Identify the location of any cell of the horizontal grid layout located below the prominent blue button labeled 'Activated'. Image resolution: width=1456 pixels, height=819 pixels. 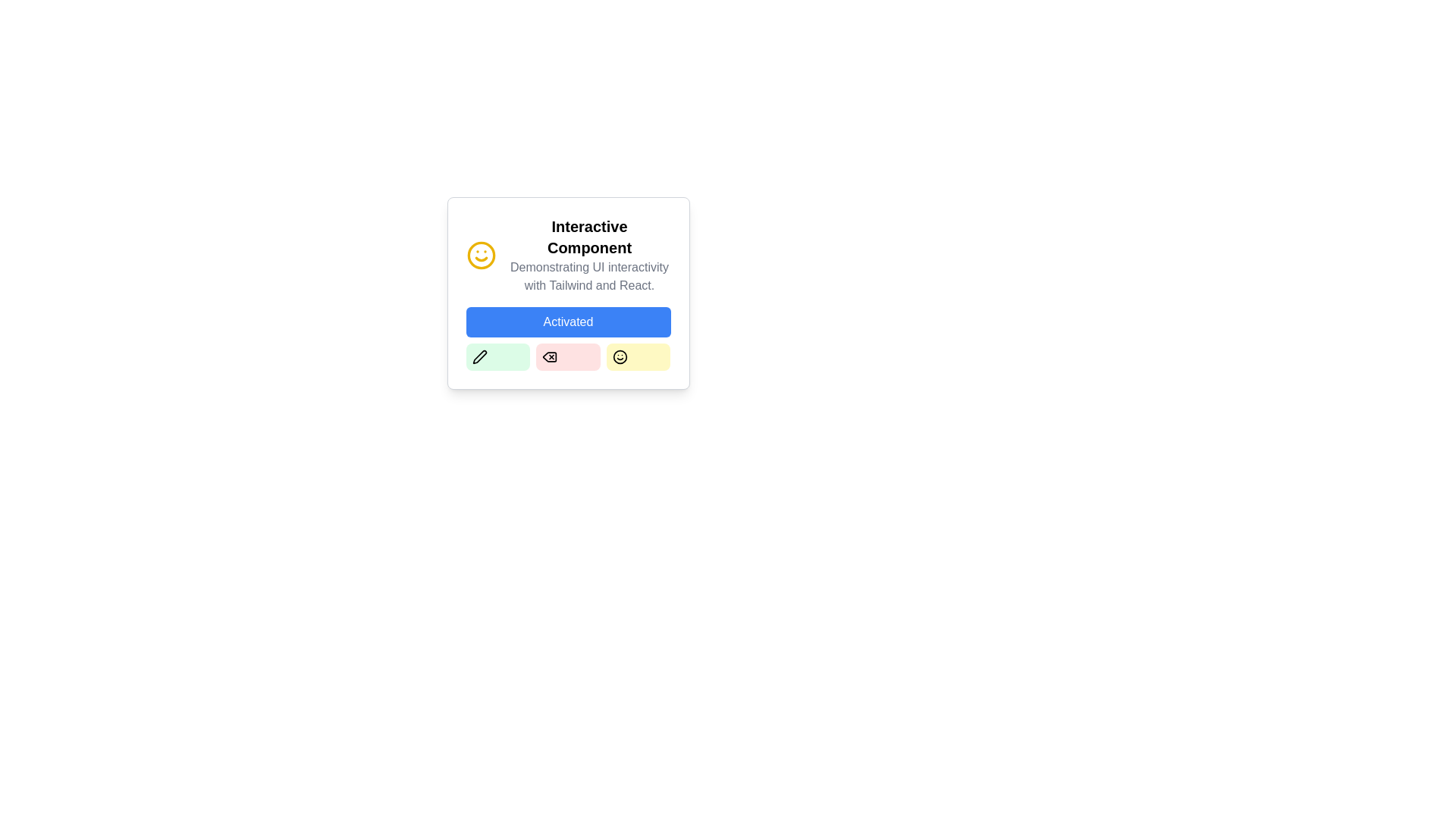
(567, 356).